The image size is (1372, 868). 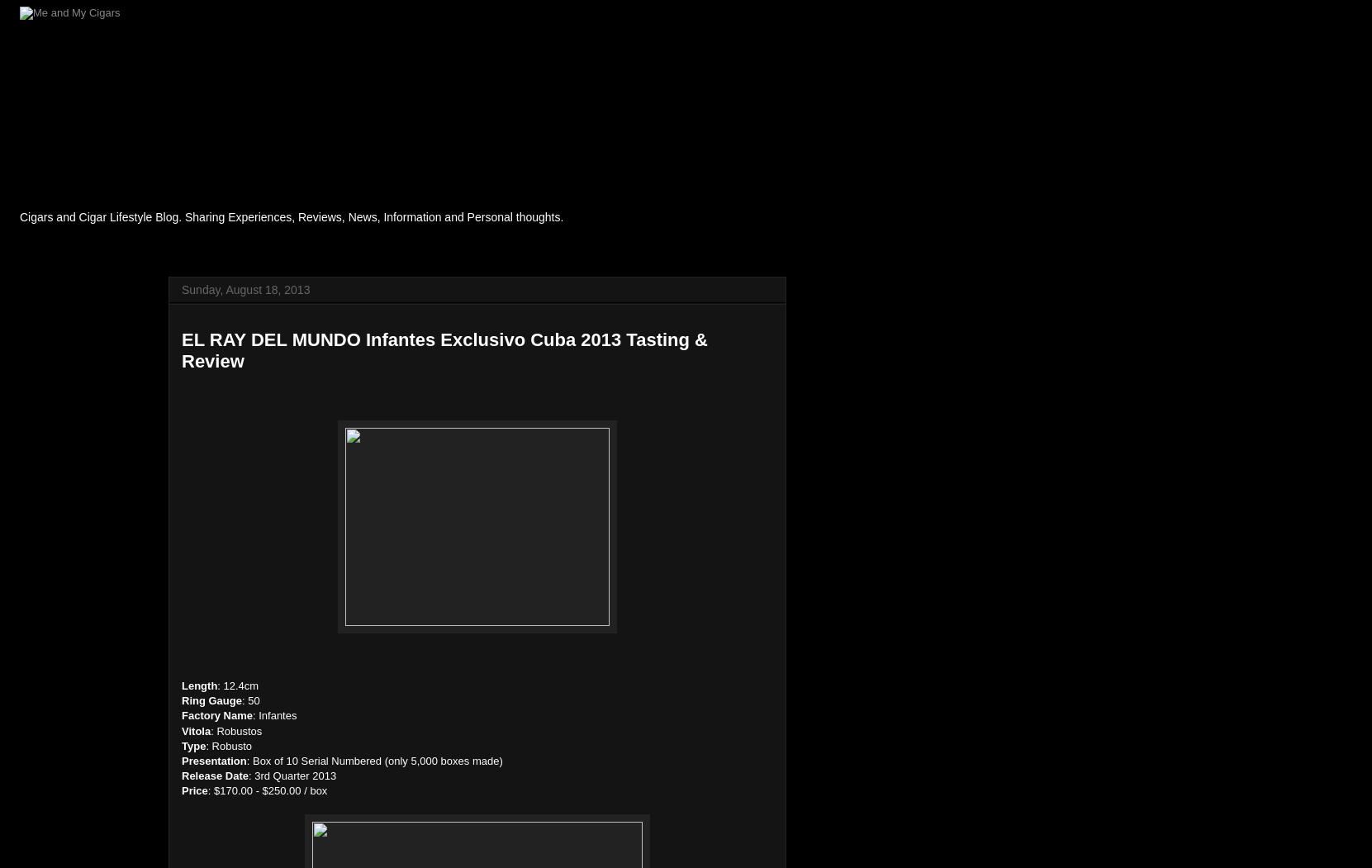 What do you see at coordinates (291, 216) in the screenshot?
I see `'Cigars and Cigar Lifestyle Blog. Sharing Experiences, Reviews, News, Information and Personal thoughts.'` at bounding box center [291, 216].